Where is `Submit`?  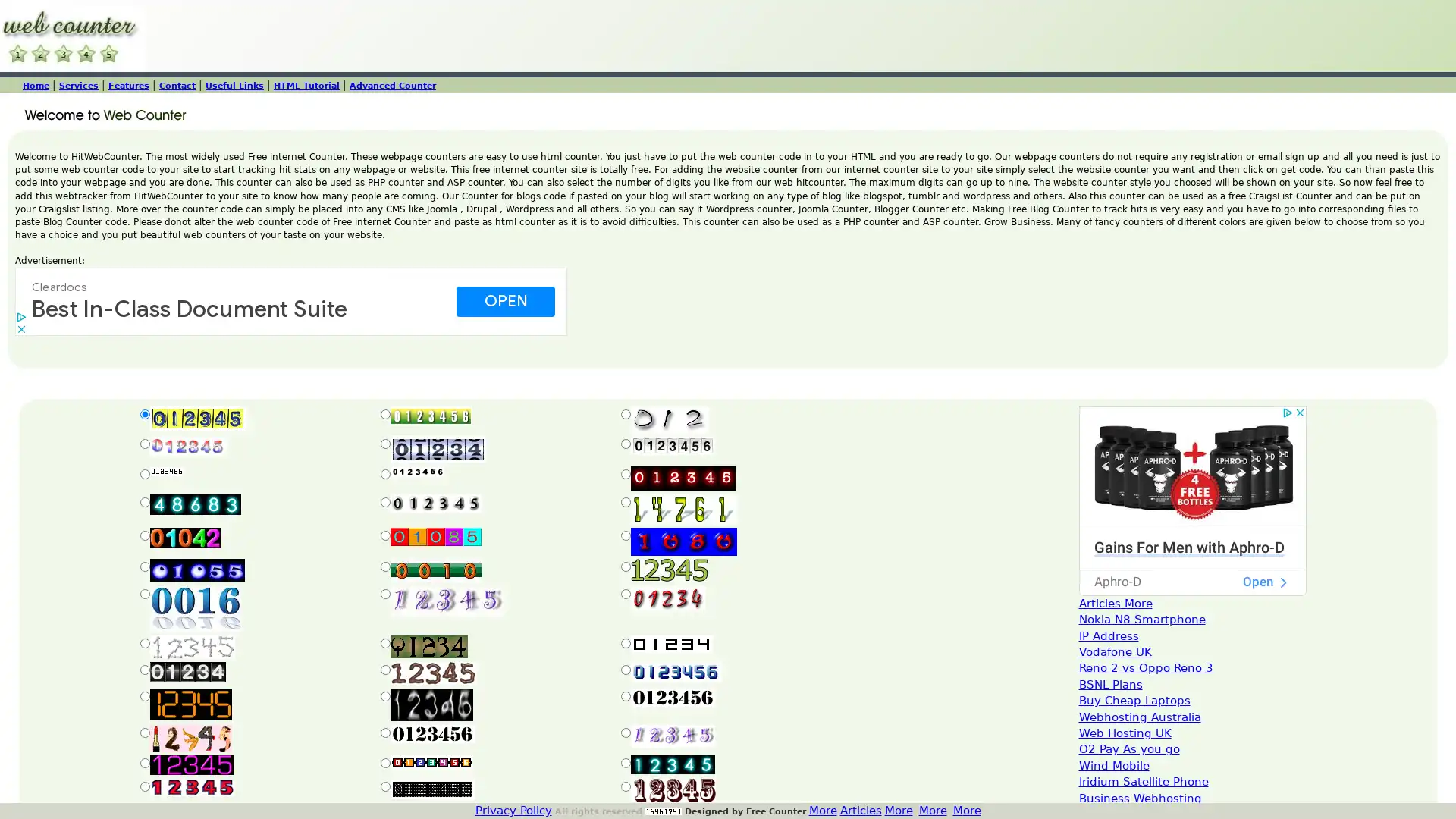
Submit is located at coordinates (670, 643).